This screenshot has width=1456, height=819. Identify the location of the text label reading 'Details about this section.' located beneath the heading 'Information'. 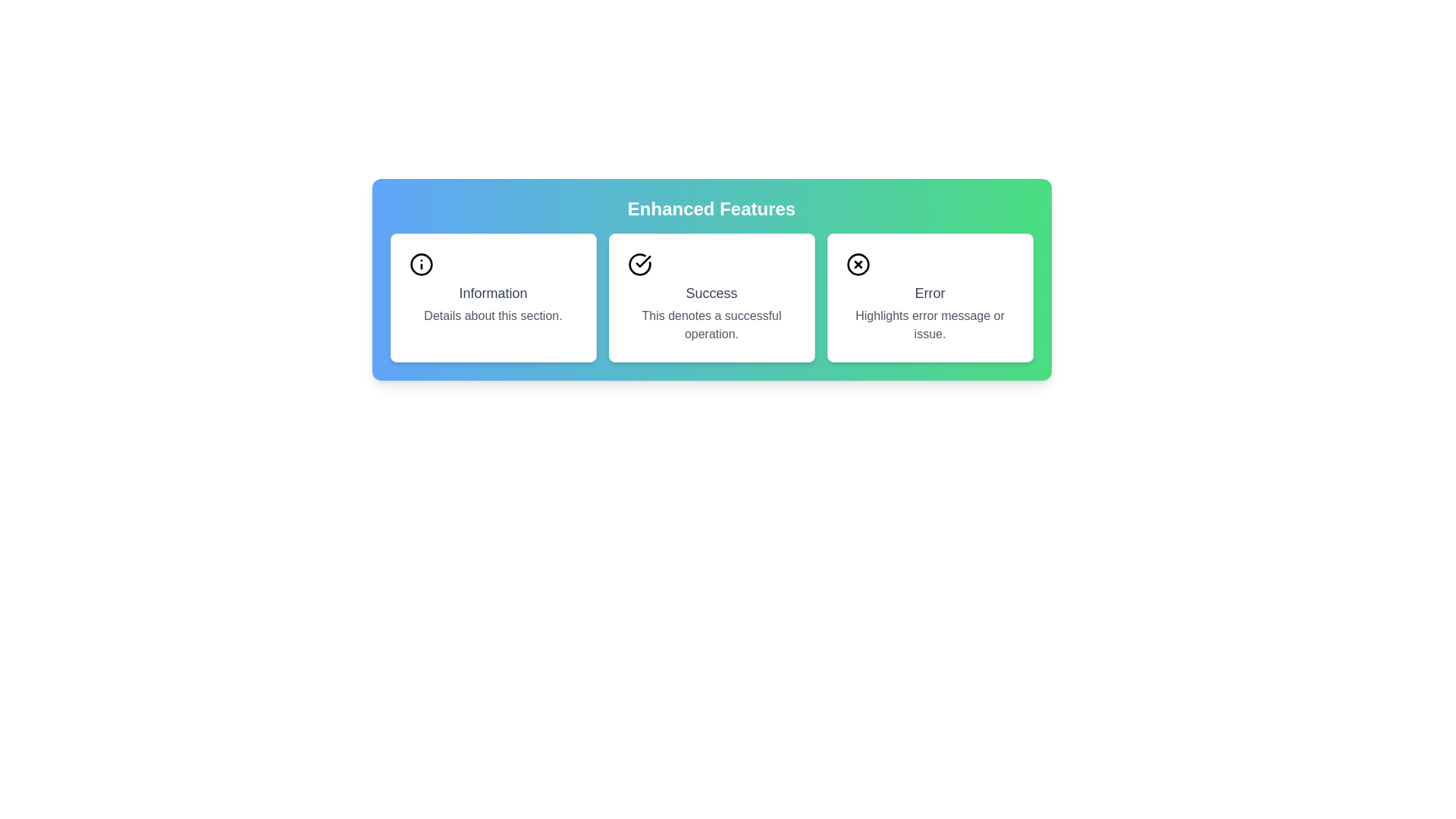
(493, 315).